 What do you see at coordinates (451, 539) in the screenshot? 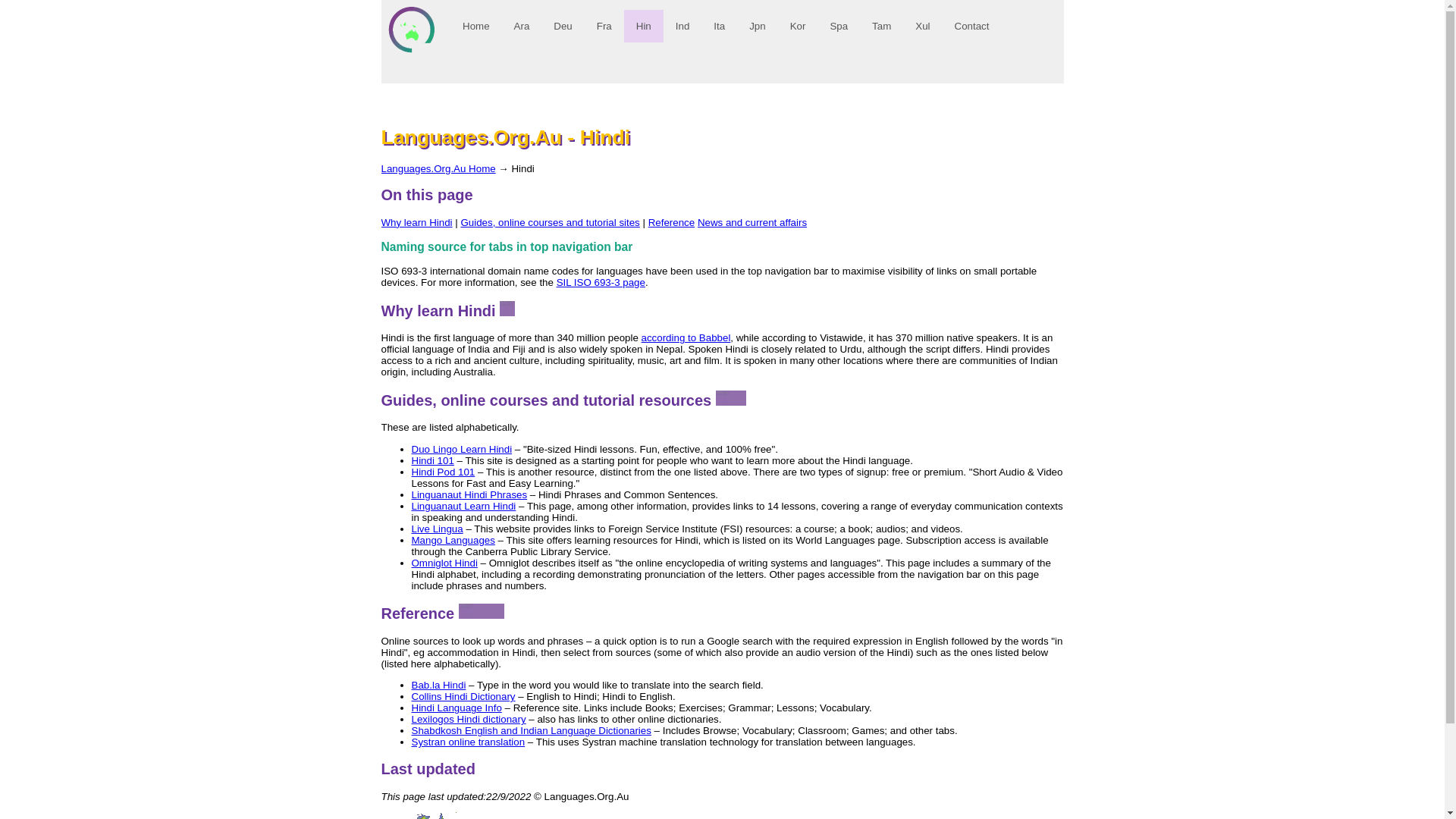
I see `'Mango Languages'` at bounding box center [451, 539].